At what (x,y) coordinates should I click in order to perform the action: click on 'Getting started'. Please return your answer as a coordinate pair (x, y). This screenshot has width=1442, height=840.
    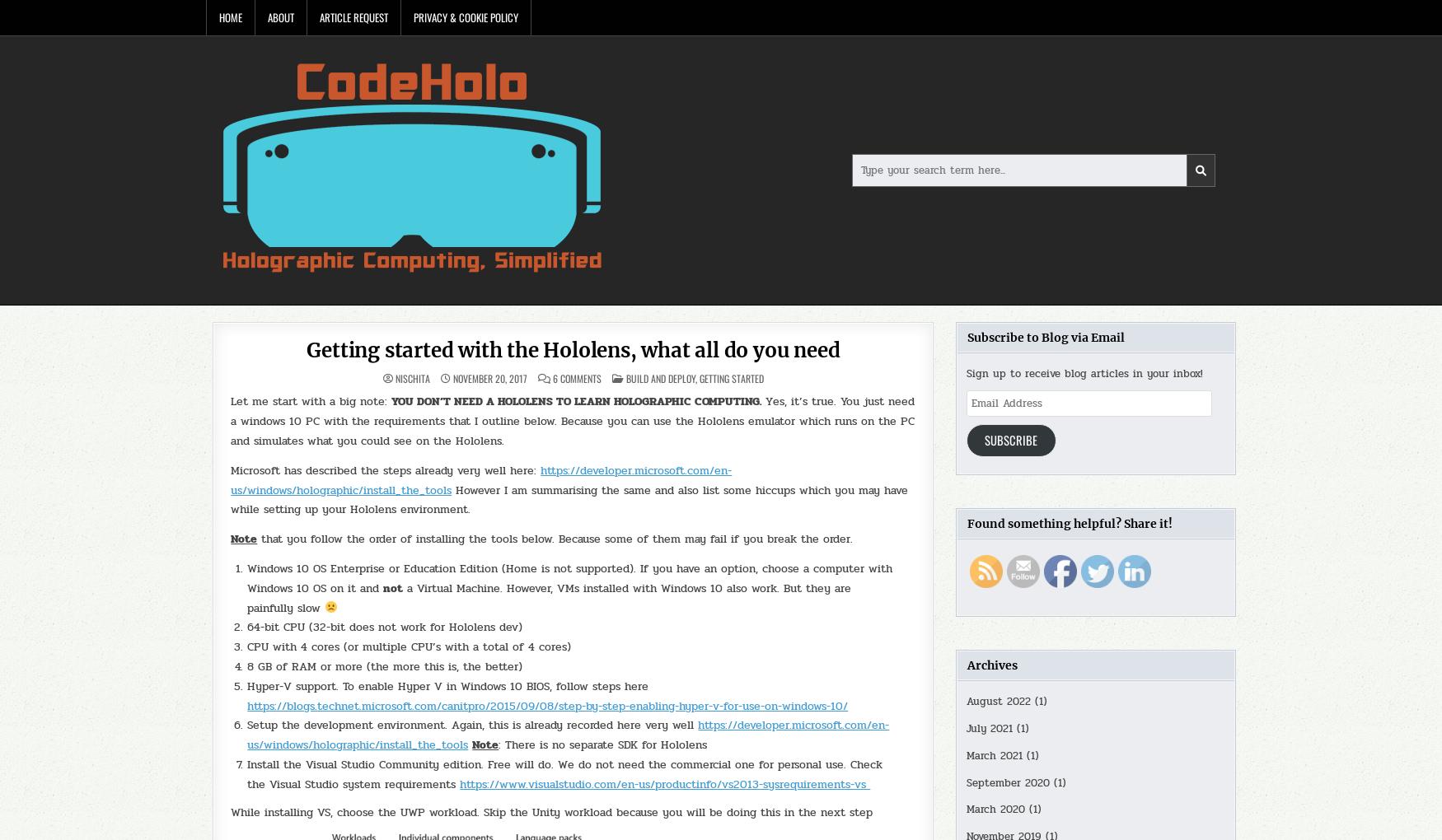
    Looking at the image, I should click on (699, 377).